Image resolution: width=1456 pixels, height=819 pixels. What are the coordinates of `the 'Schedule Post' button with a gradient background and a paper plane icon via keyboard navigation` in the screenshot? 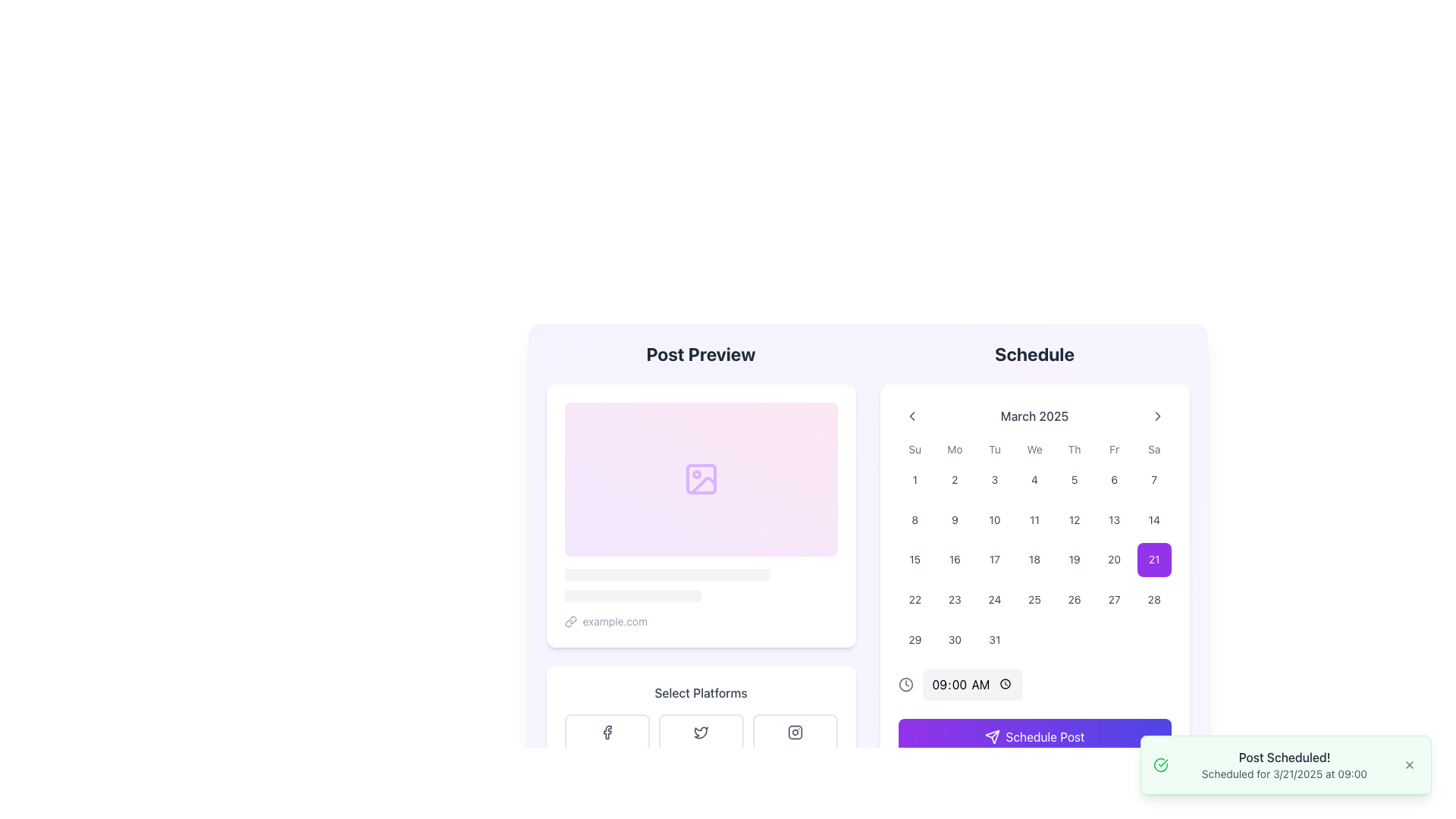 It's located at (1034, 736).